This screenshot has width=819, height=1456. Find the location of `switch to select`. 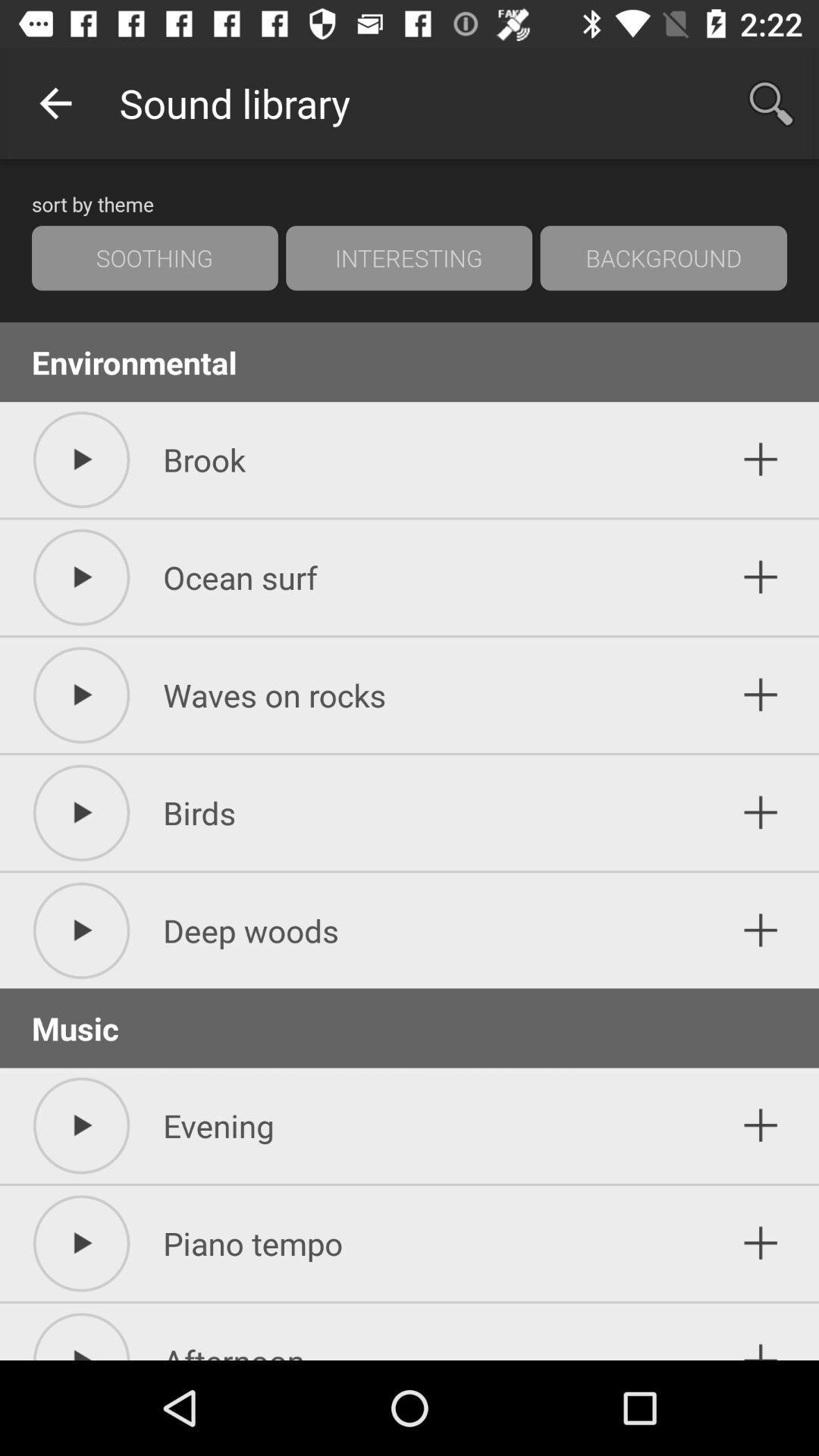

switch to select is located at coordinates (761, 1243).